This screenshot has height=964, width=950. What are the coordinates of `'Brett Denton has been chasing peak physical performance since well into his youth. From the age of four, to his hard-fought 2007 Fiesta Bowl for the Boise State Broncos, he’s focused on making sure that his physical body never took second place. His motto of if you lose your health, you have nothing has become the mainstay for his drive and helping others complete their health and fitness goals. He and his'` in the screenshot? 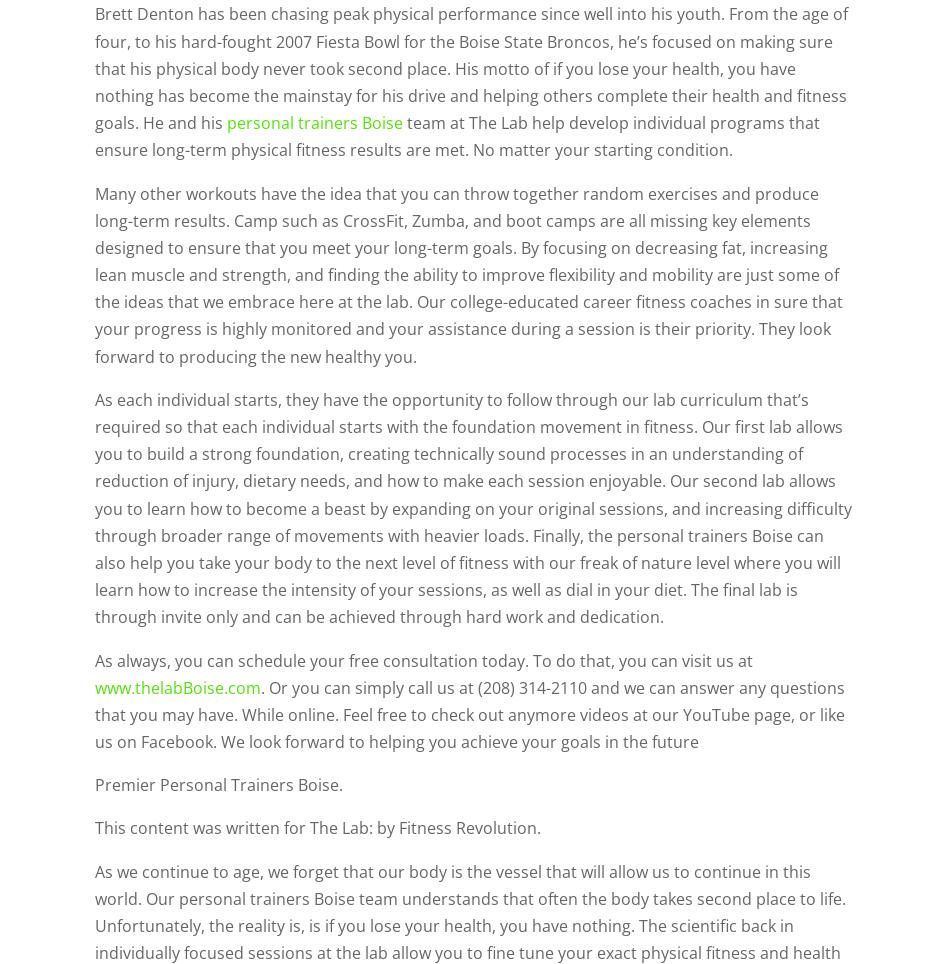 It's located at (95, 68).